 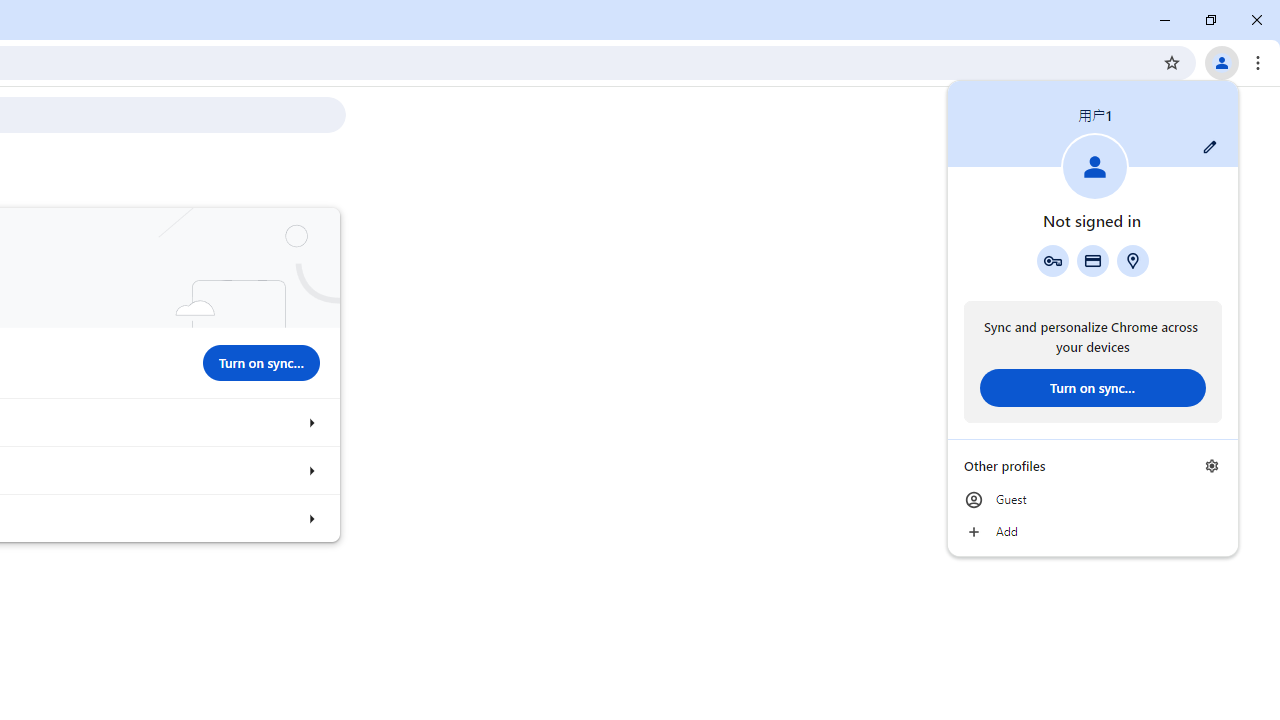 I want to click on 'Customize profile', so click(x=1209, y=146).